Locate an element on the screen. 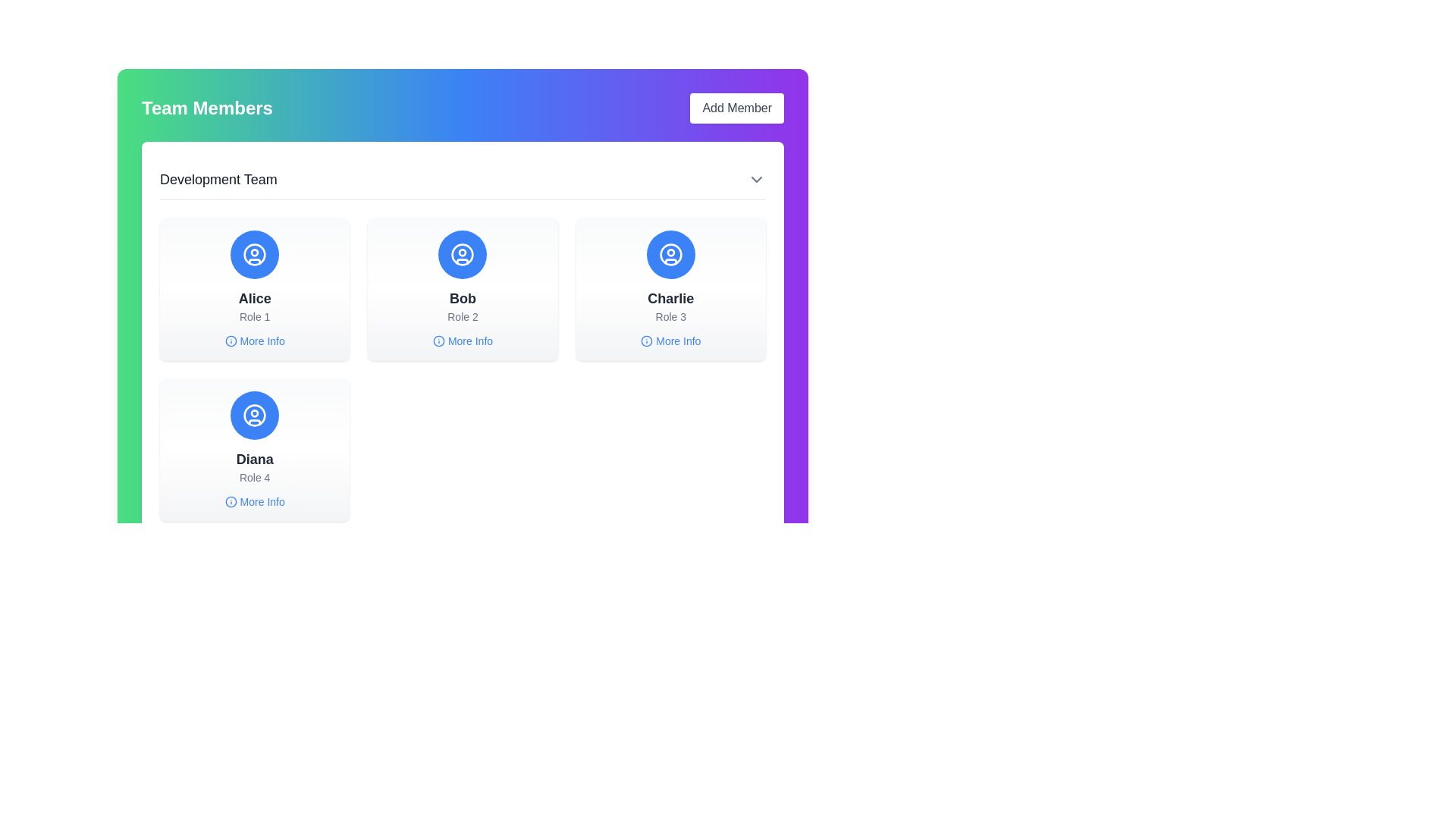  text content of the header label located at the top-left corner of the interface, adjacent to an expandable arrow icon is located at coordinates (218, 178).